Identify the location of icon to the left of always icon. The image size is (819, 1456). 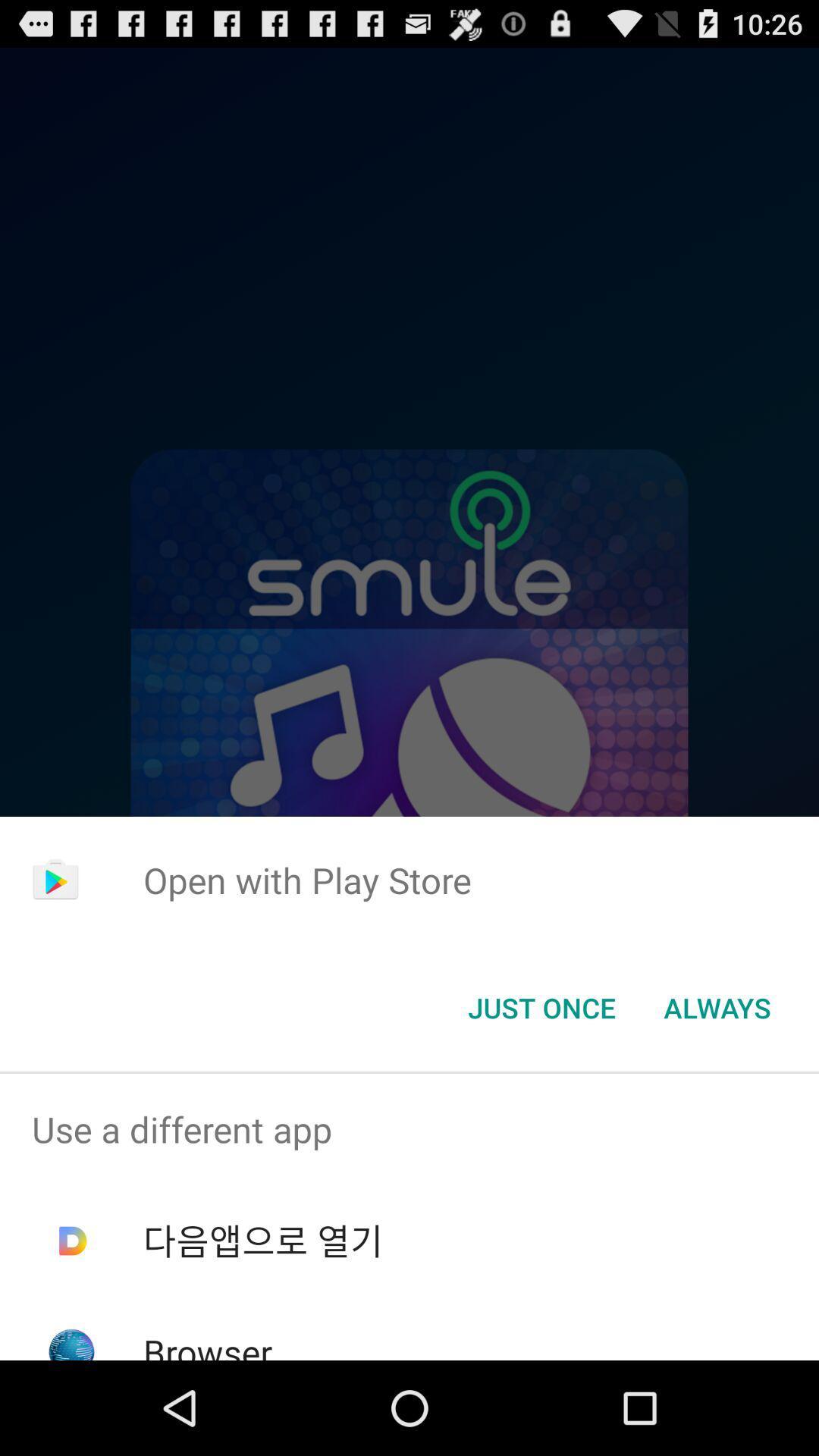
(541, 1008).